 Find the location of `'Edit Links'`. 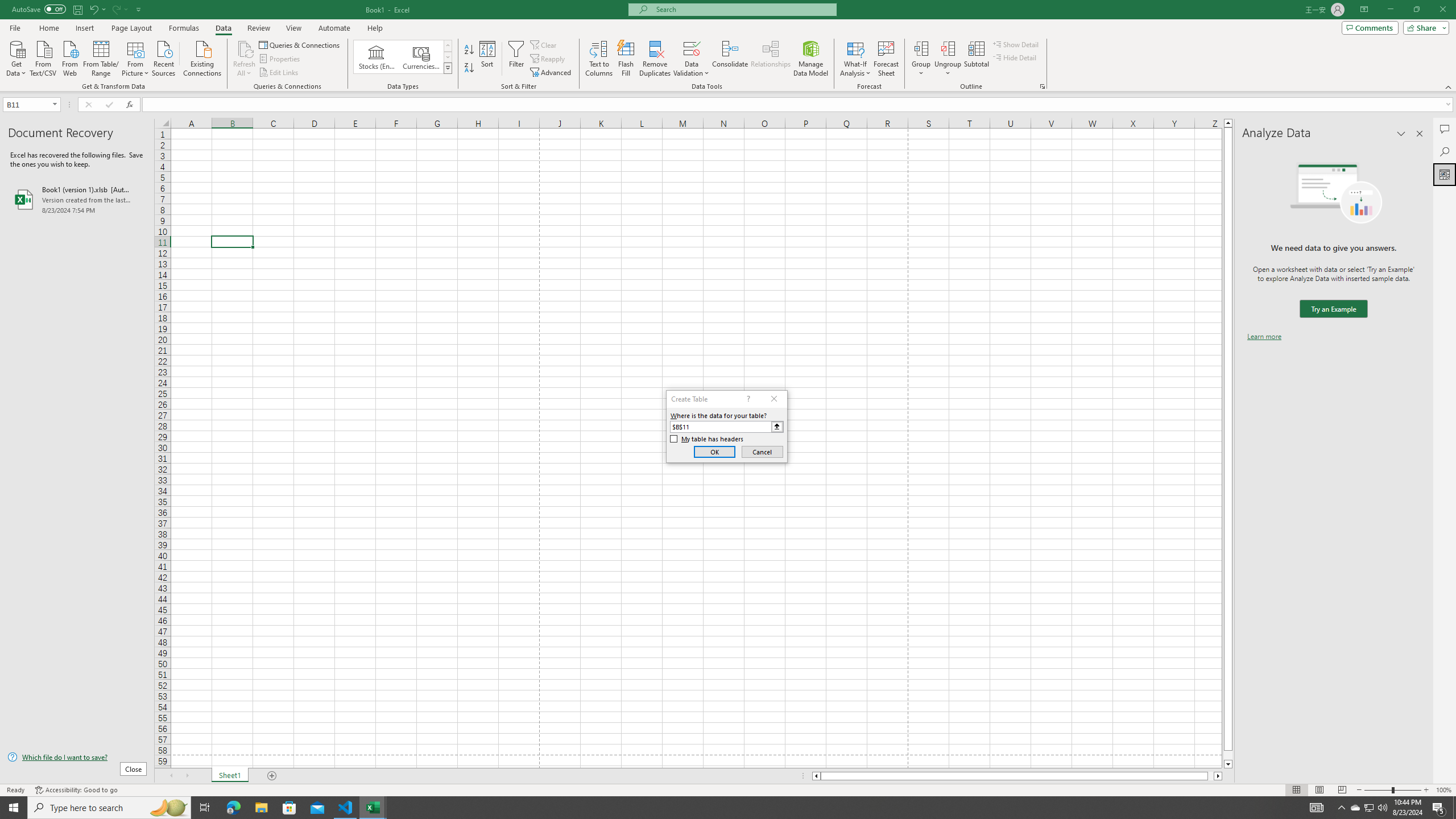

'Edit Links' is located at coordinates (279, 72).